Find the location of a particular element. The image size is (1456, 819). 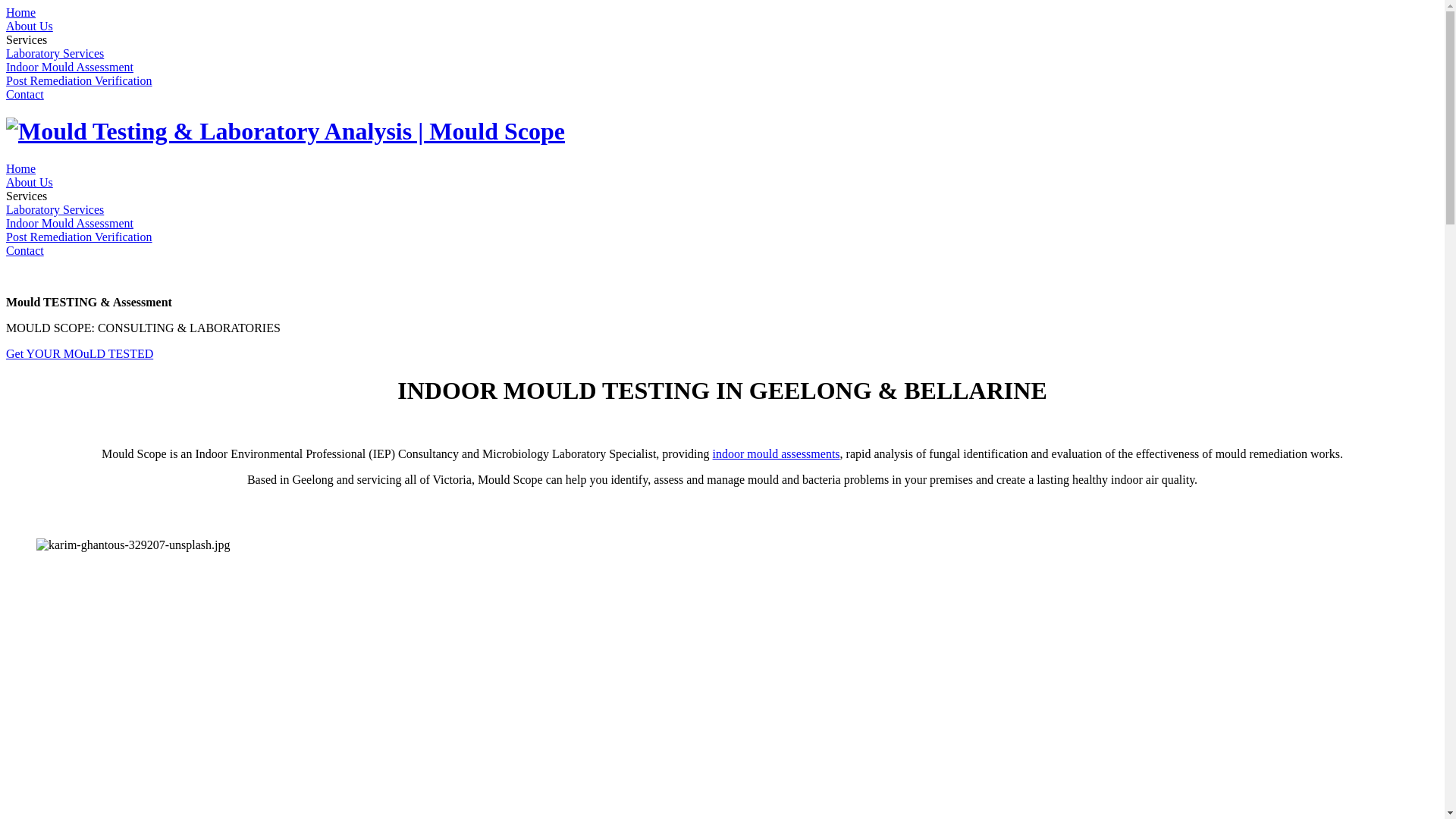

'Laboratory Services' is located at coordinates (55, 209).